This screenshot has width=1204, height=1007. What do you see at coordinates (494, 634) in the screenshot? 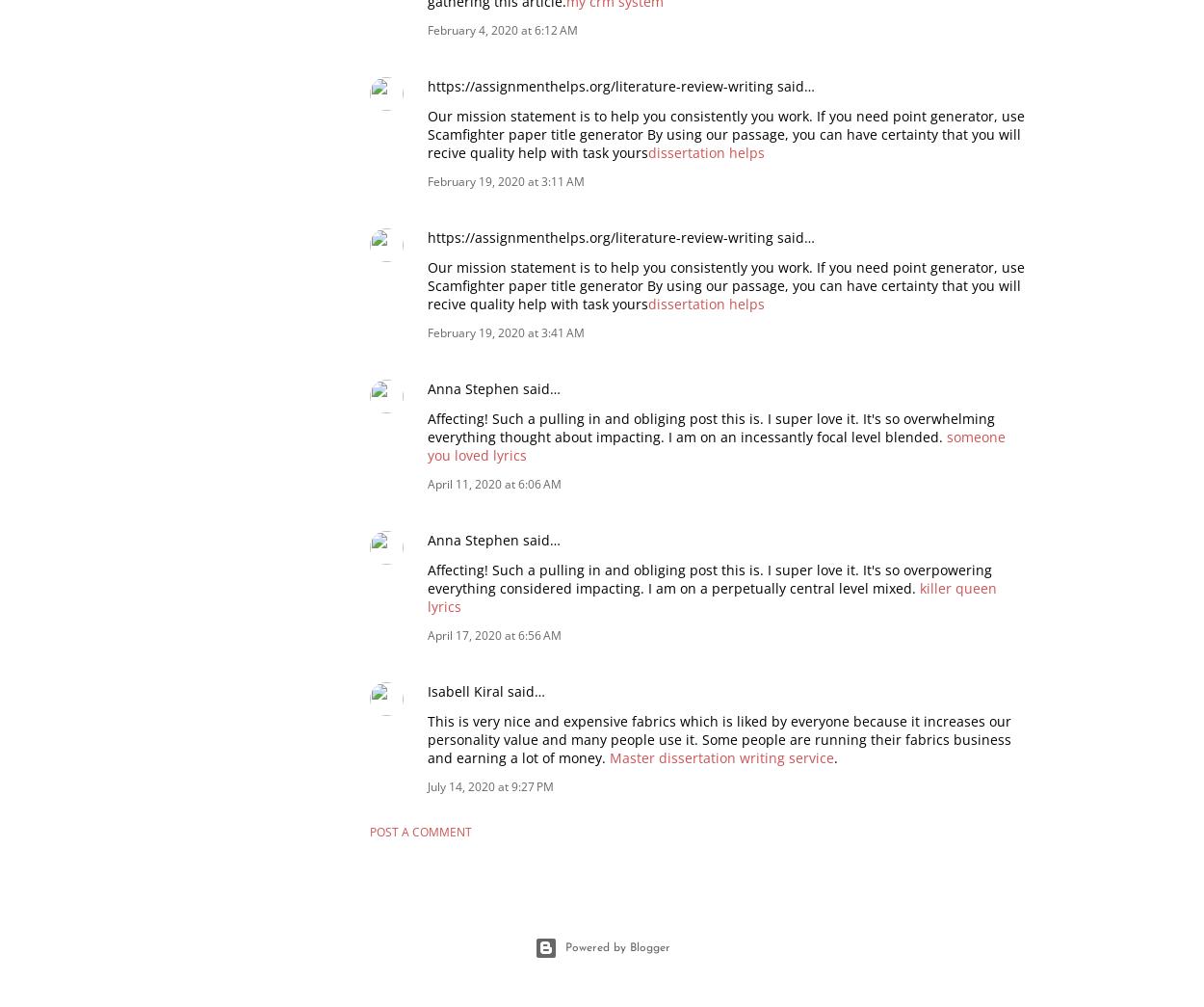
I see `'April 17, 2020 at 6:56 AM'` at bounding box center [494, 634].